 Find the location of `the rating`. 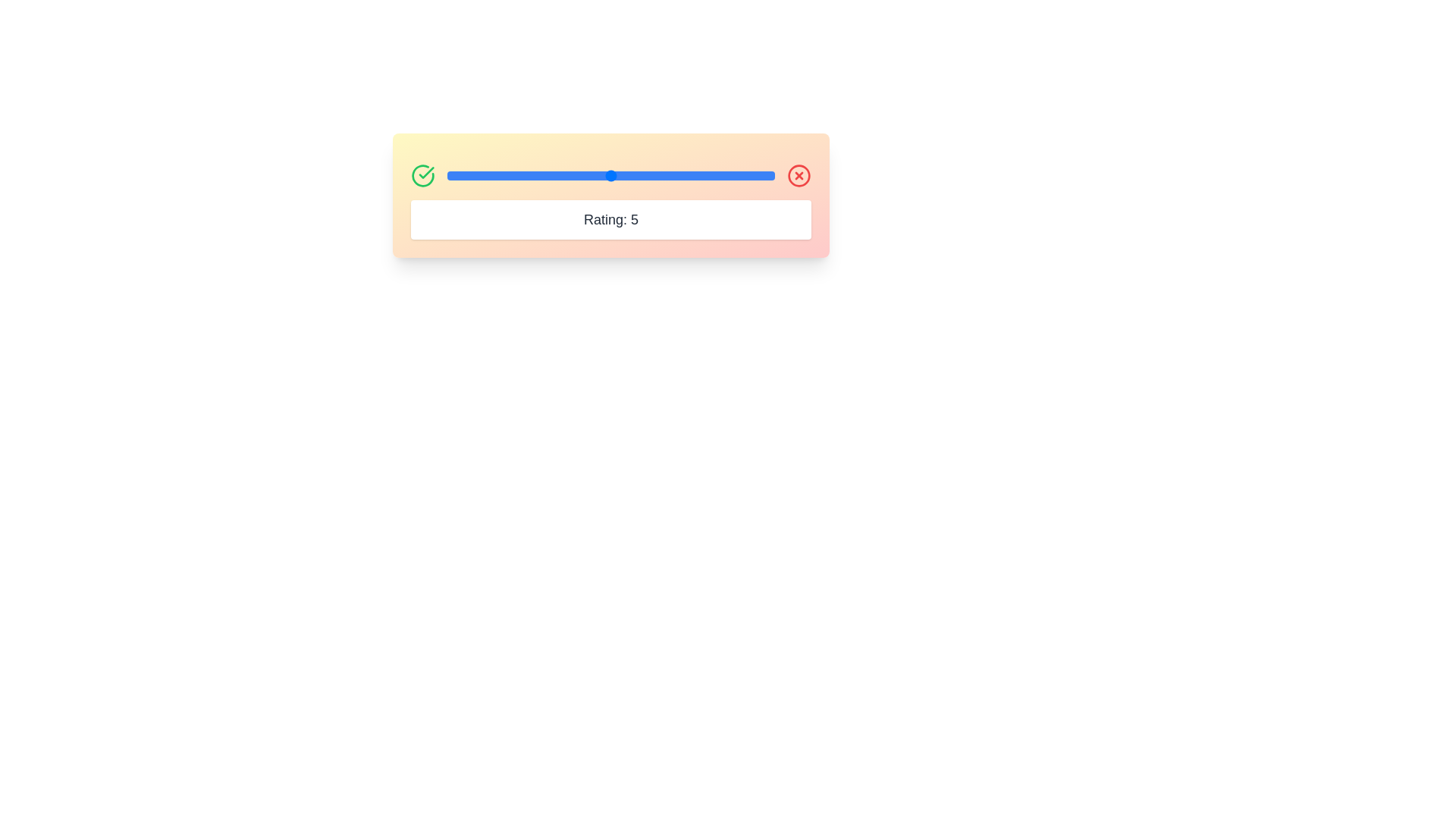

the rating is located at coordinates (513, 174).